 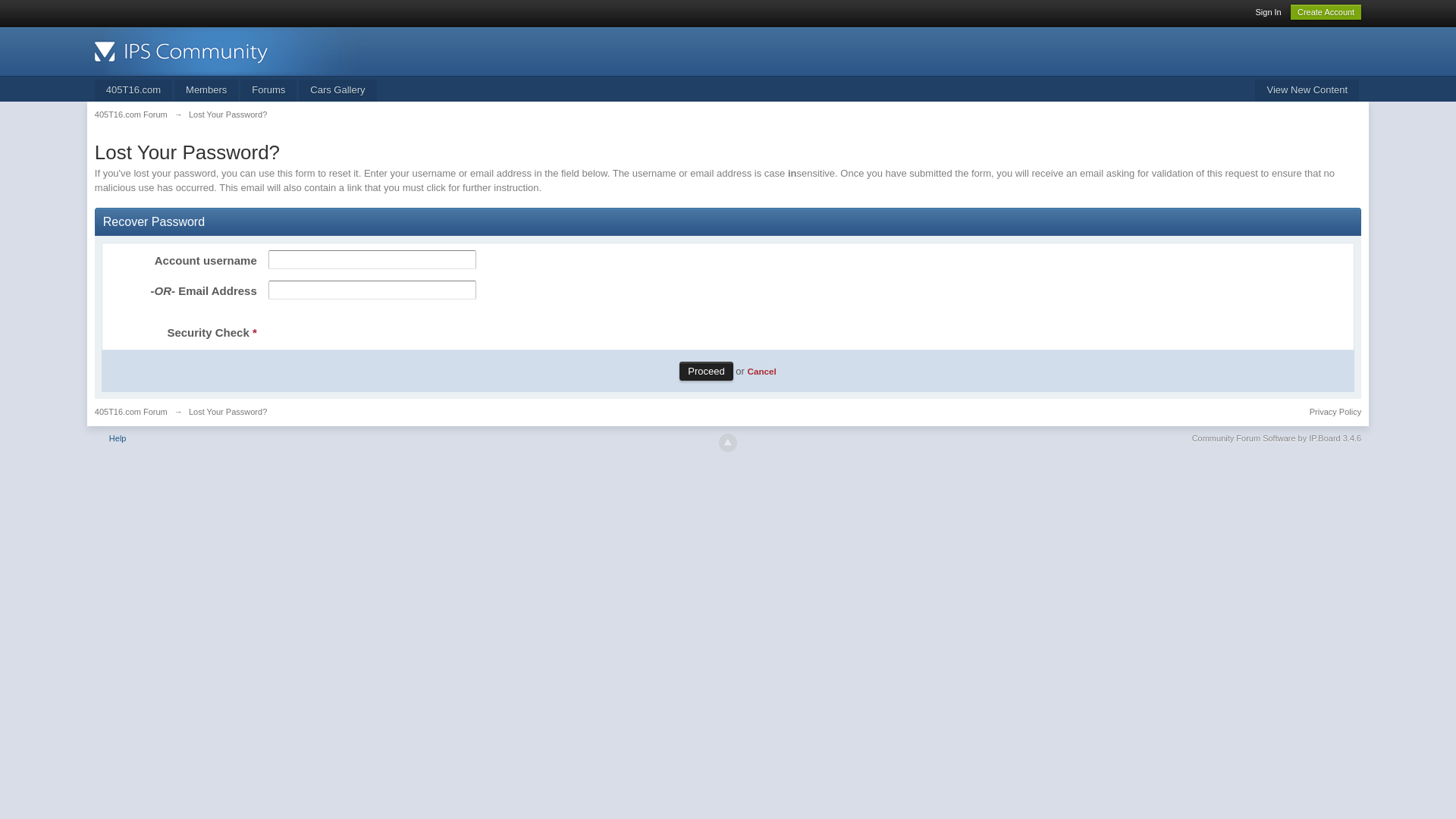 What do you see at coordinates (268, 90) in the screenshot?
I see `'Forums'` at bounding box center [268, 90].